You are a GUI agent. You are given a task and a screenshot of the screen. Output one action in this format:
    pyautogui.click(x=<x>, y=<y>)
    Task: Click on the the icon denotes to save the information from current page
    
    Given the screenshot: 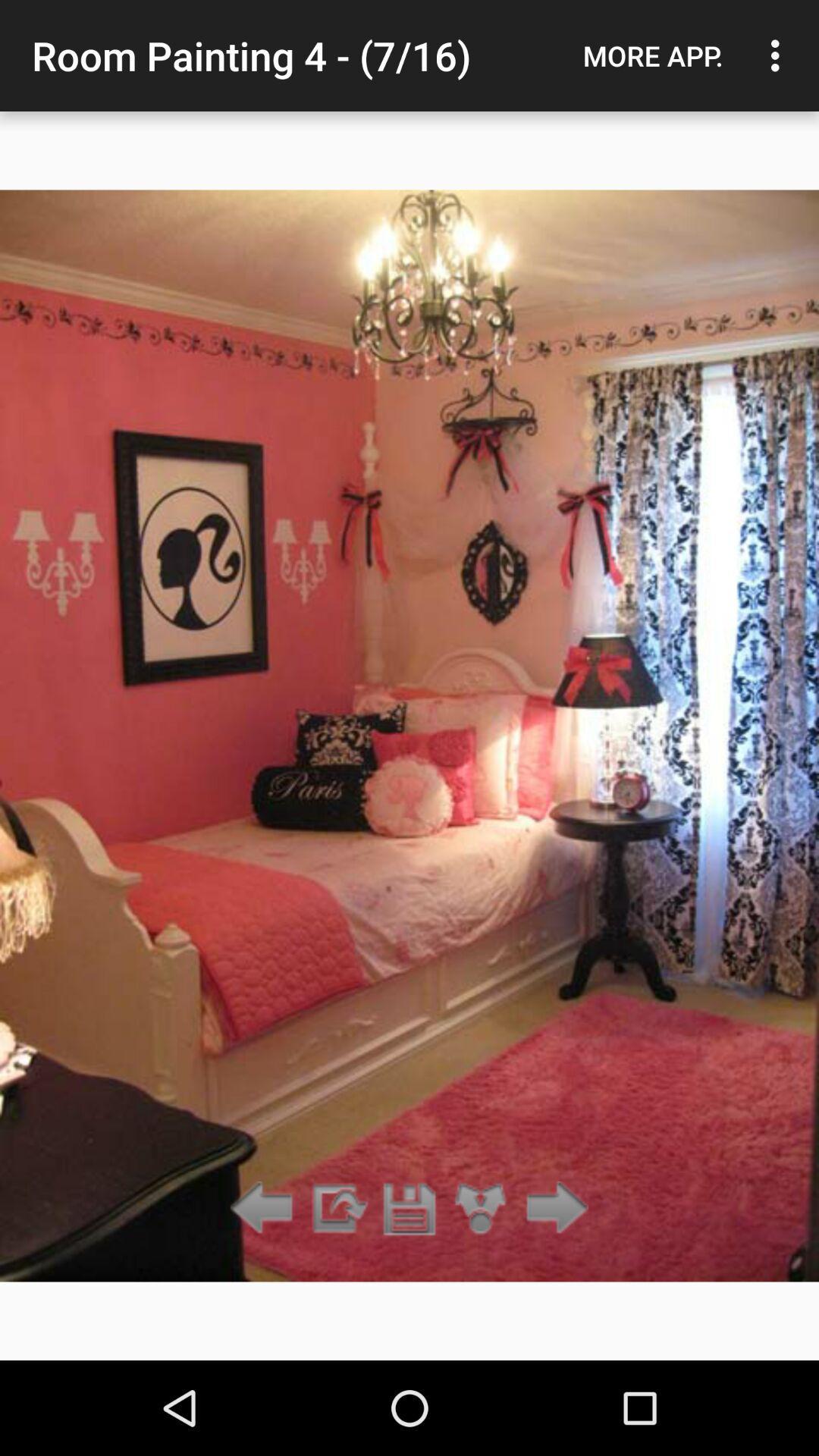 What is the action you would take?
    pyautogui.click(x=409, y=1208)
    